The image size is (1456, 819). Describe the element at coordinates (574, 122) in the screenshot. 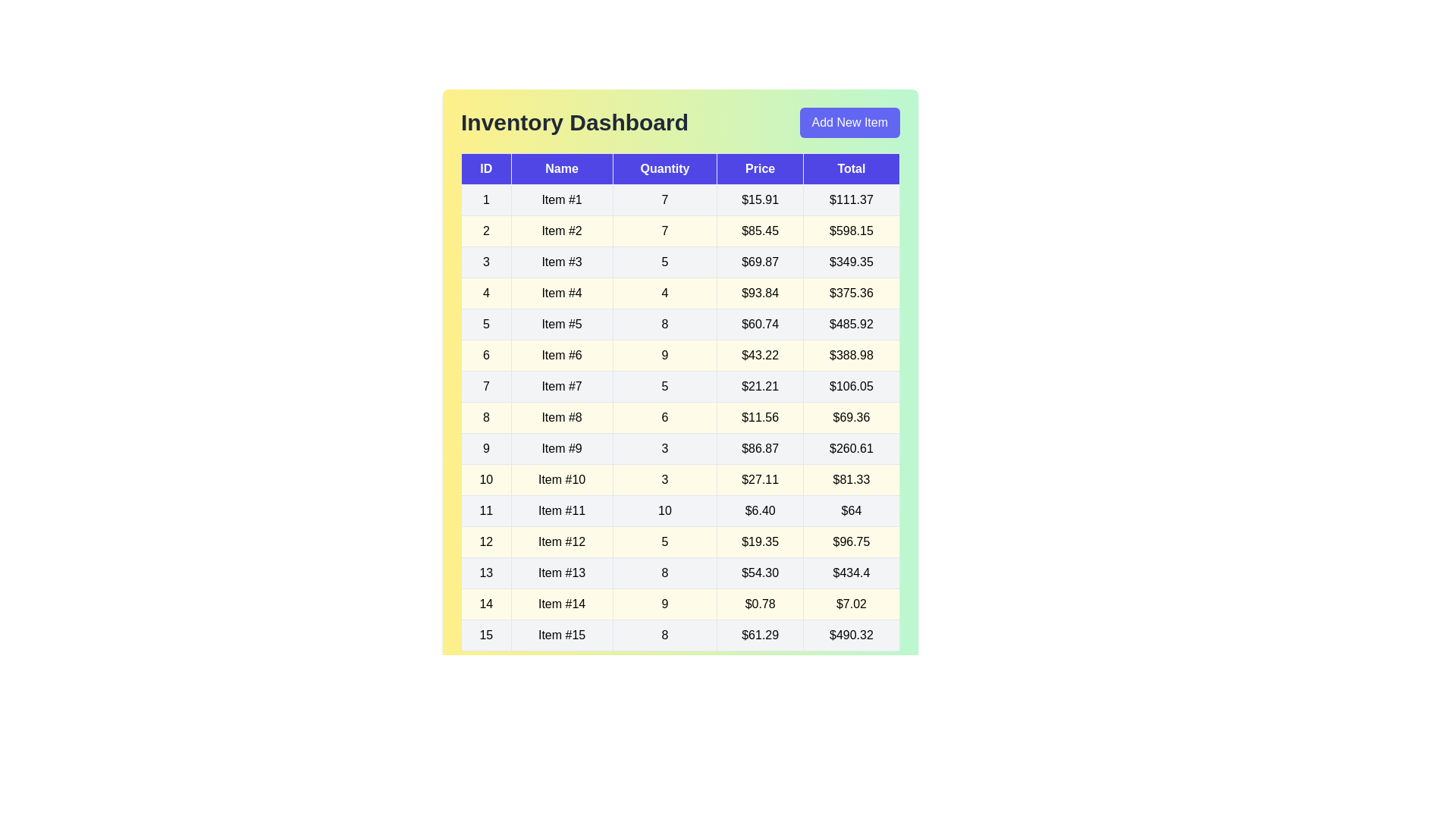

I see `the header text 'Inventory Dashboard' for inspection` at that location.